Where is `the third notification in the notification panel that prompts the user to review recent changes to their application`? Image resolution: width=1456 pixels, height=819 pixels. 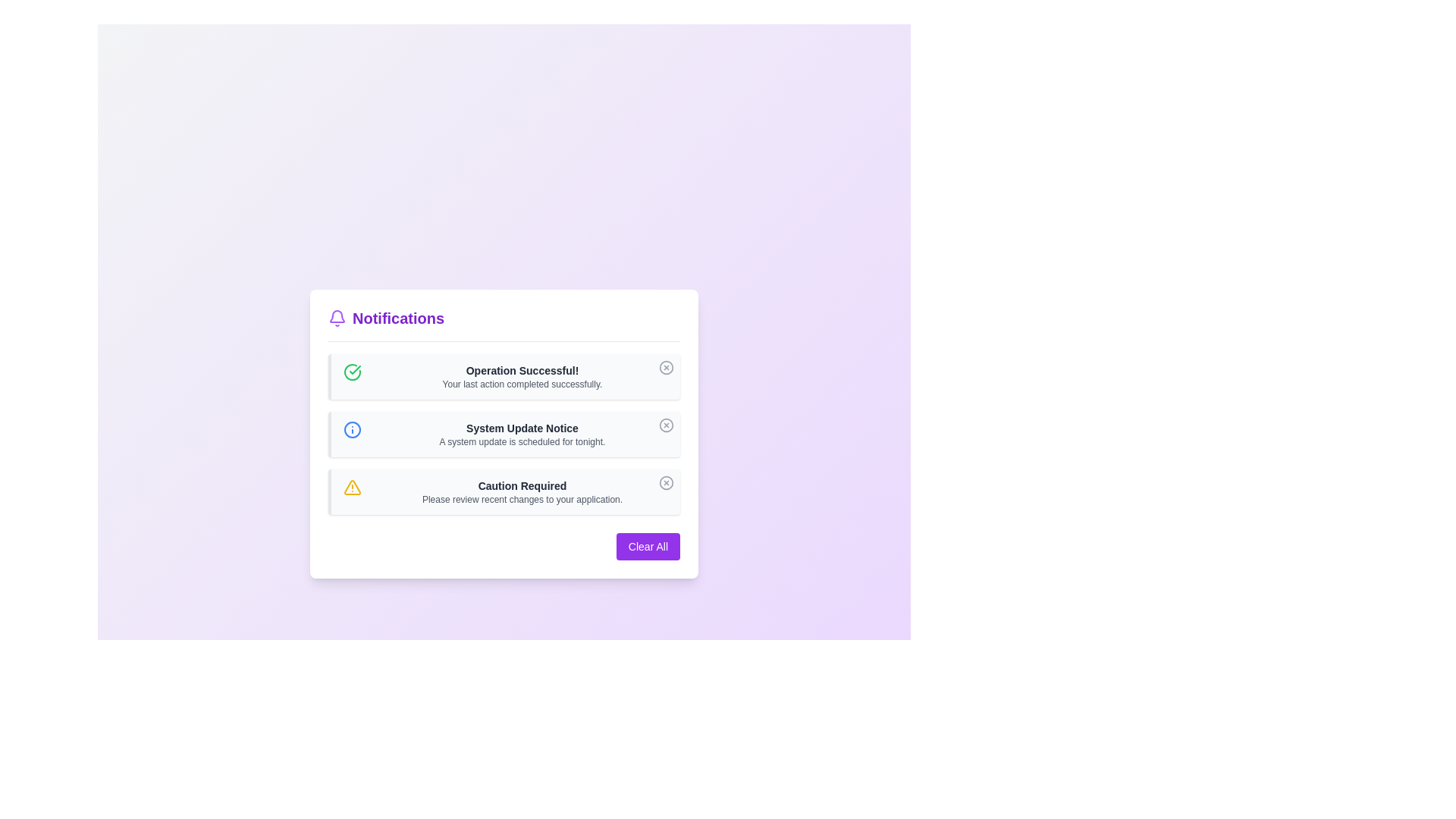
the third notification in the notification panel that prompts the user to review recent changes to their application is located at coordinates (522, 491).